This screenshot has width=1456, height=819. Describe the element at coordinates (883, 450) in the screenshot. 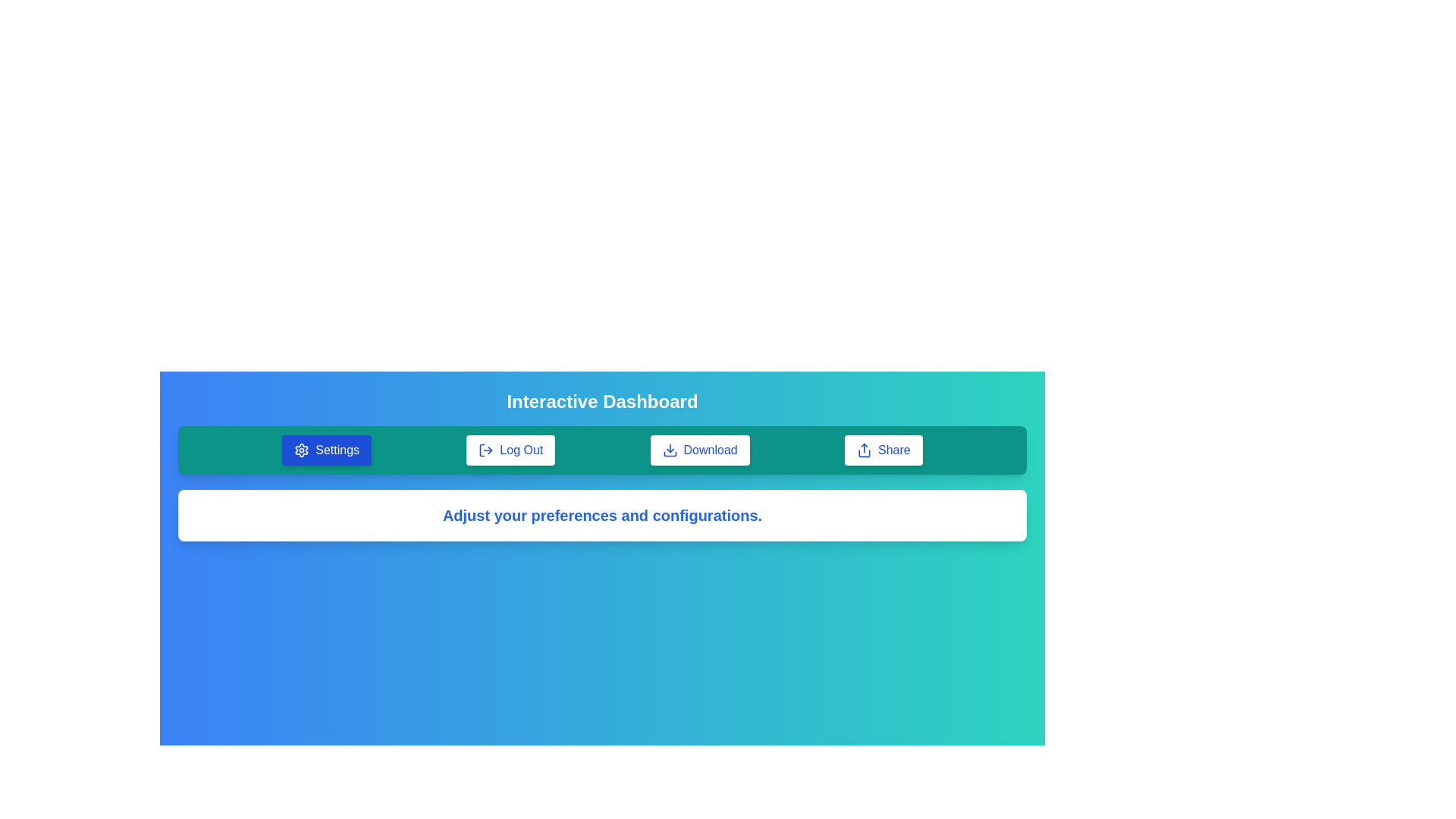

I see `the Share button to trigger its functionality` at that location.